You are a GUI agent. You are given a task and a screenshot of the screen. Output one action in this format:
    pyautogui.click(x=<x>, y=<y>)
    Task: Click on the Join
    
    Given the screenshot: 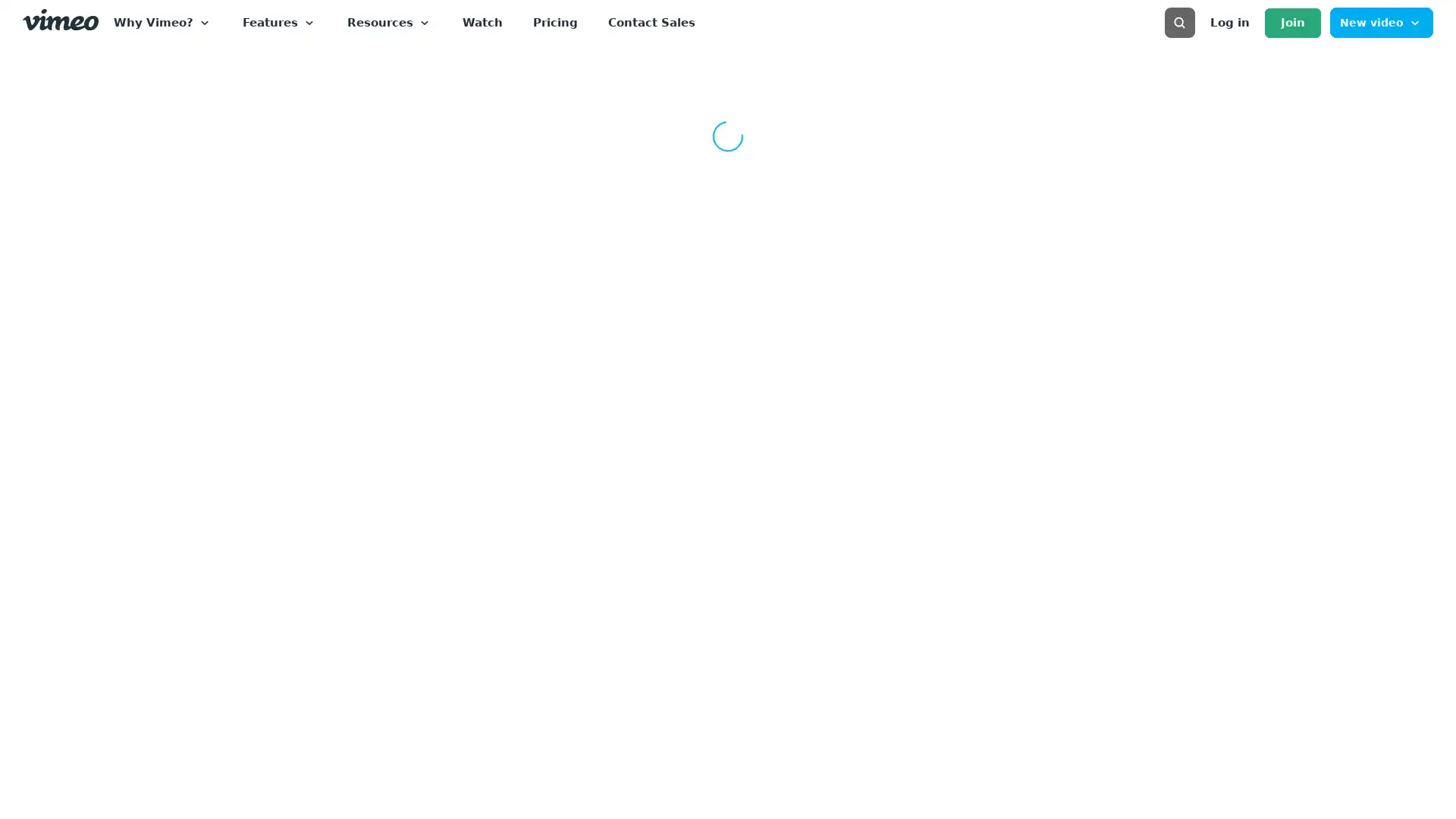 What is the action you would take?
    pyautogui.click(x=1291, y=22)
    